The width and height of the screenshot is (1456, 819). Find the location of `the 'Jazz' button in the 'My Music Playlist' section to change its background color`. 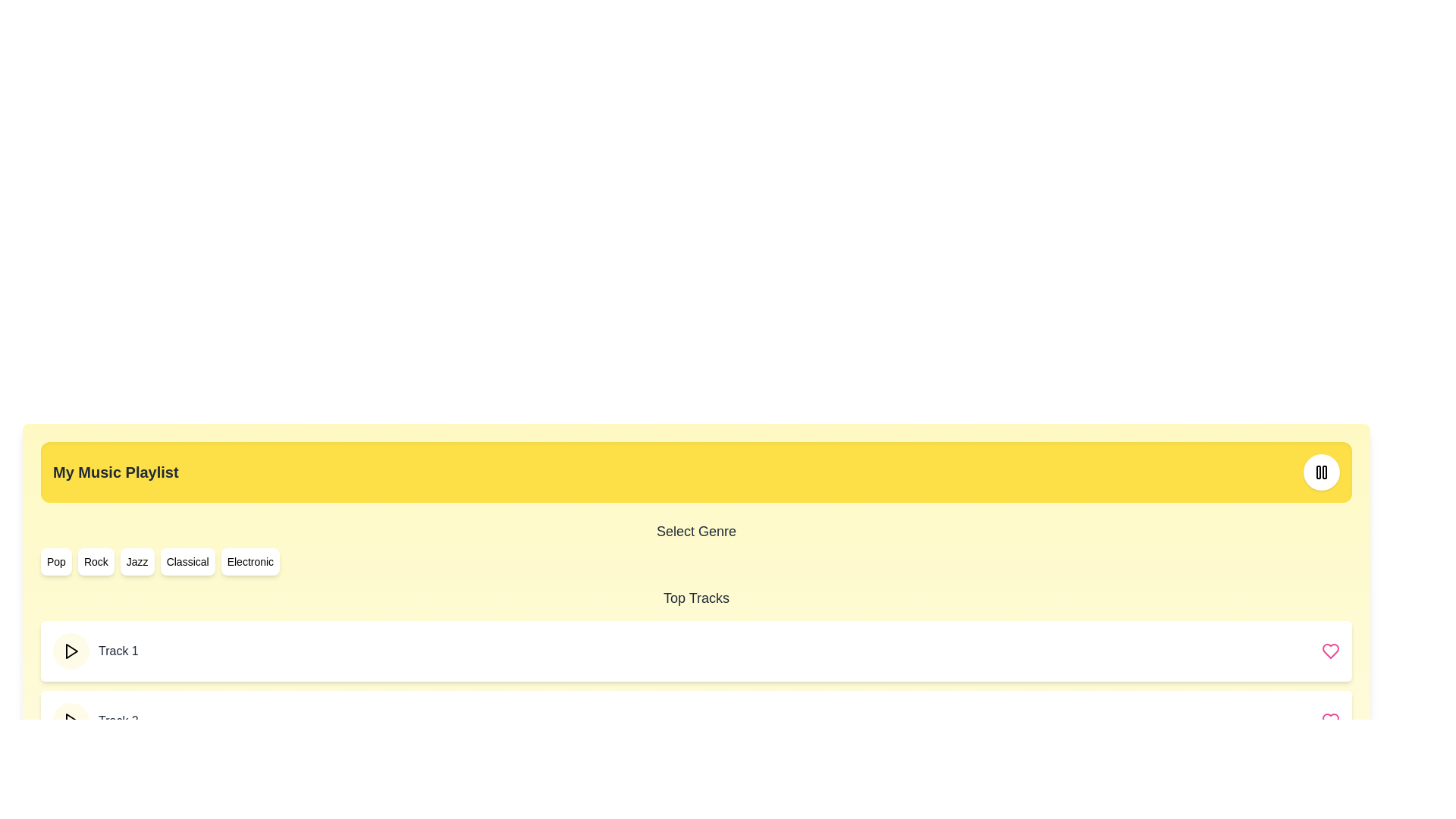

the 'Jazz' button in the 'My Music Playlist' section to change its background color is located at coordinates (137, 561).